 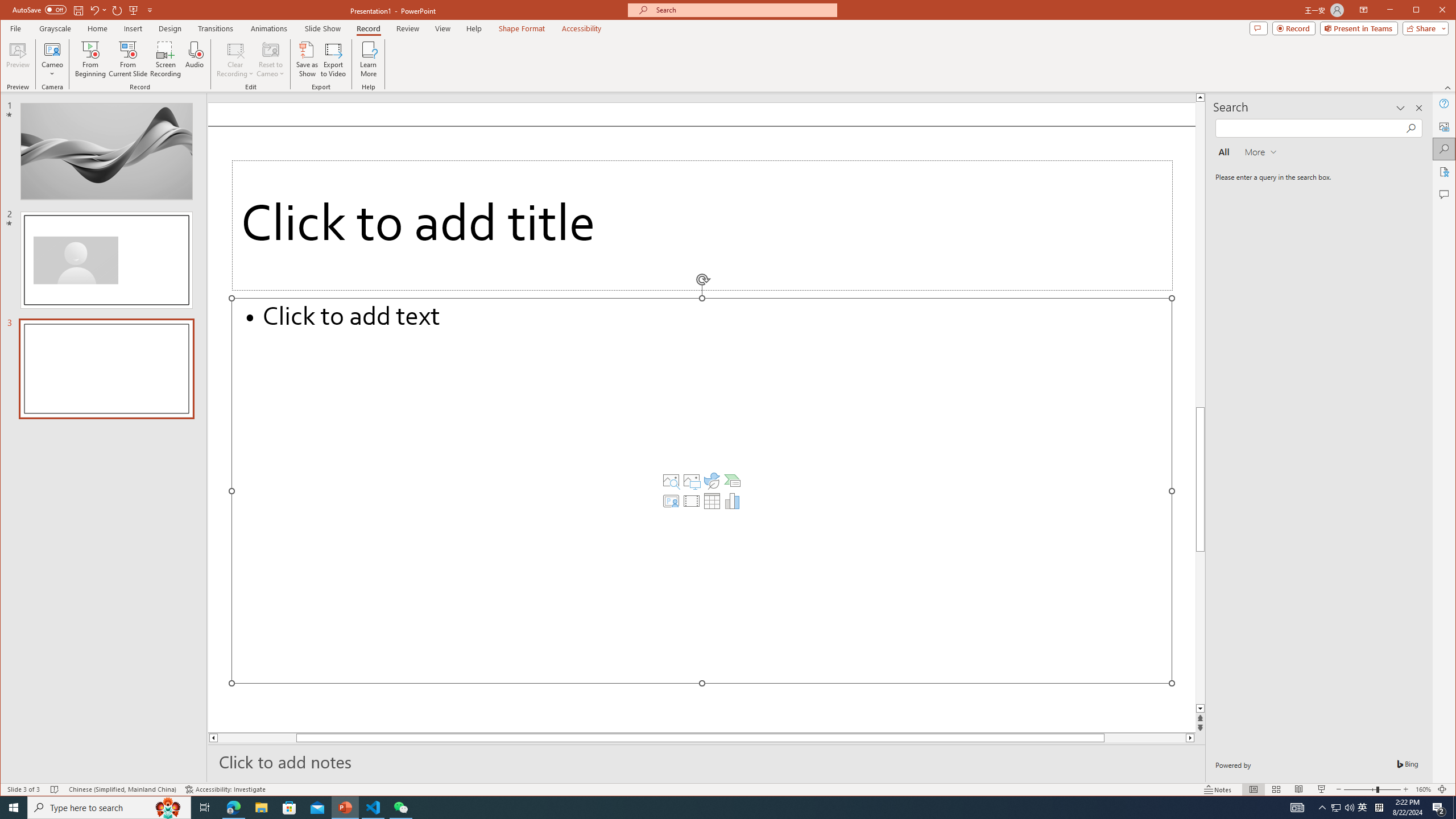 What do you see at coordinates (732, 500) in the screenshot?
I see `'Insert Chart'` at bounding box center [732, 500].